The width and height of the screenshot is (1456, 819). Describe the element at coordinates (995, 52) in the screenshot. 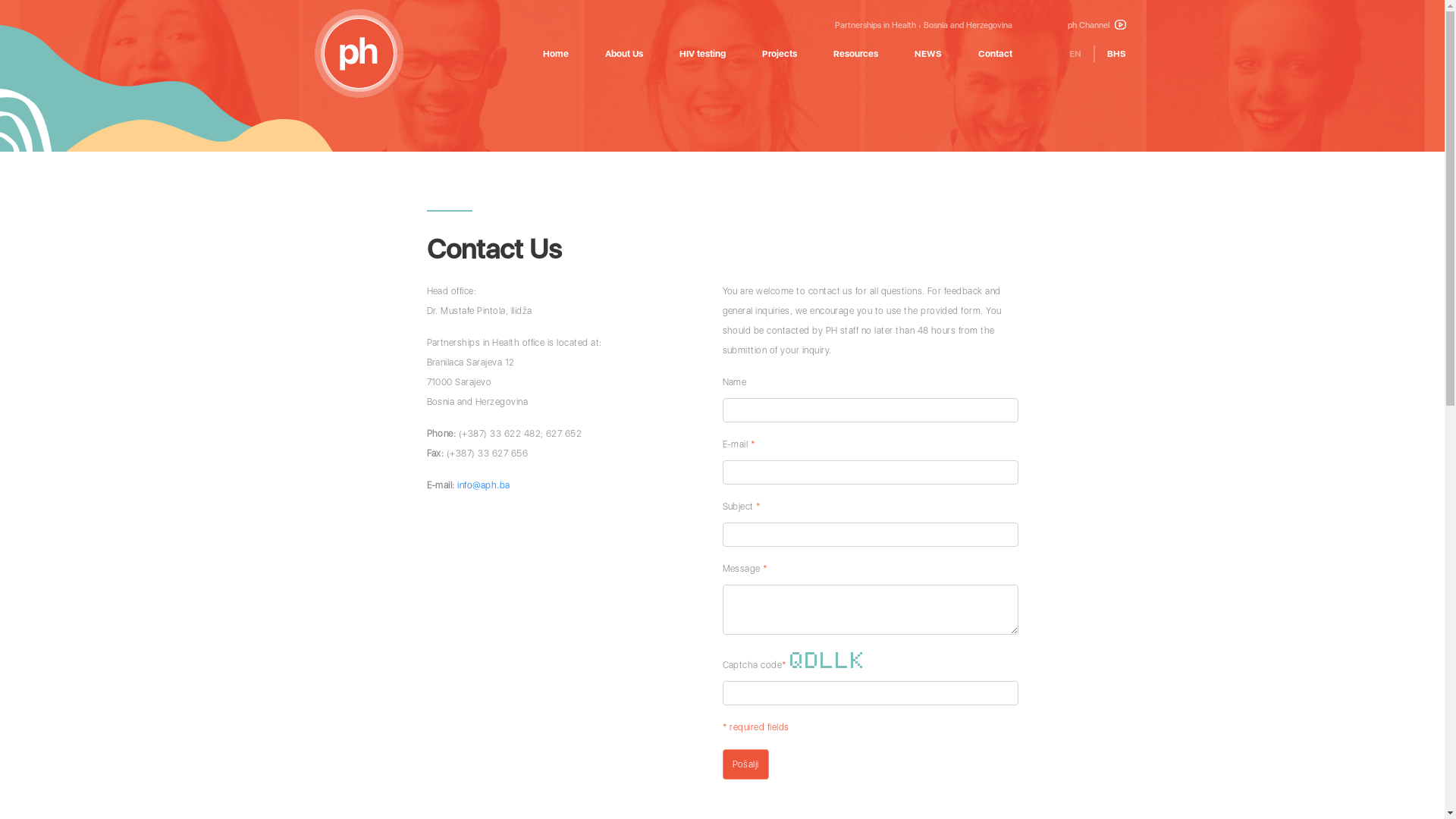

I see `'Contact'` at that location.